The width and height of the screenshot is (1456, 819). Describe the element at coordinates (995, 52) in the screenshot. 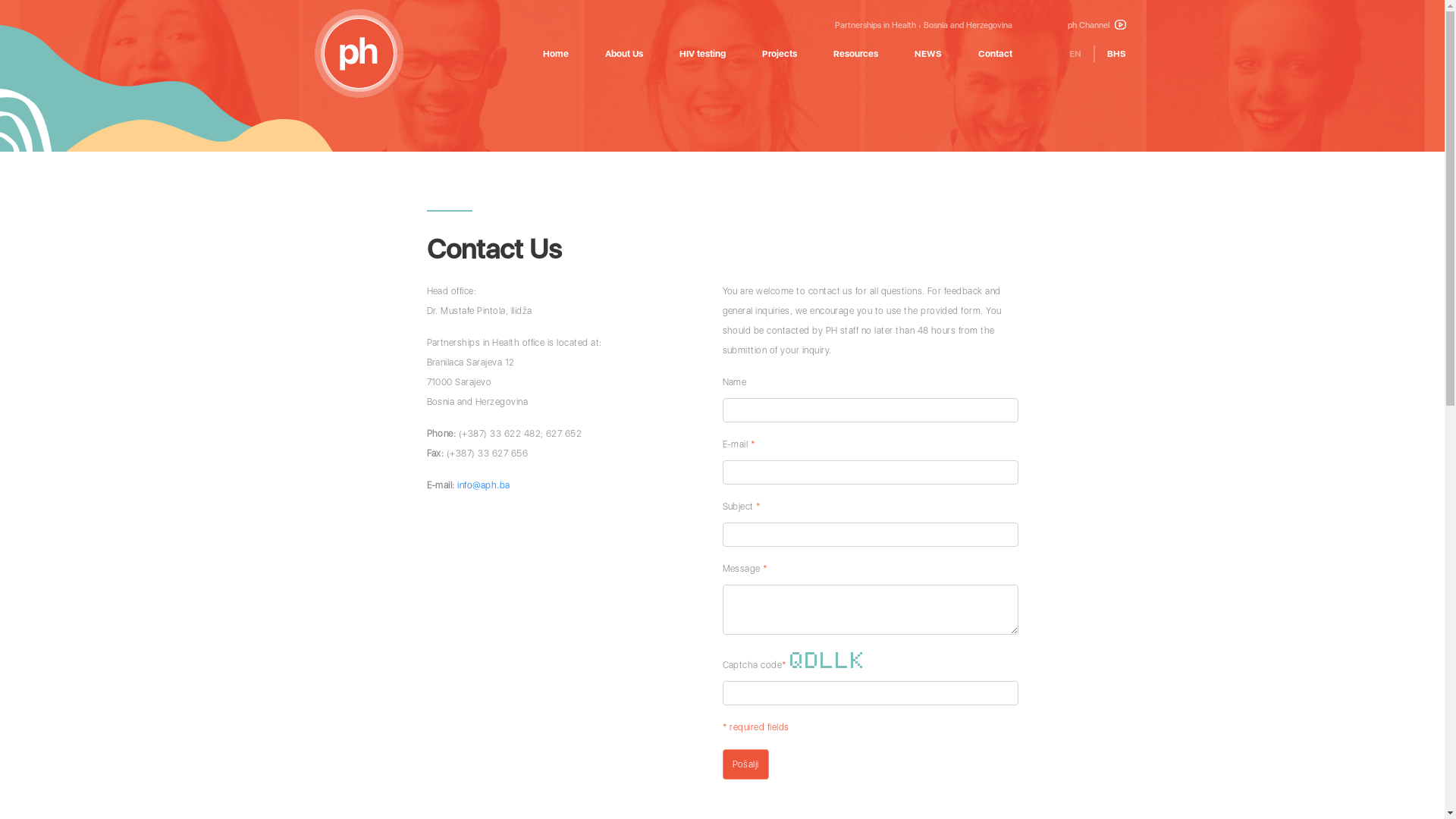

I see `'Contact'` at that location.